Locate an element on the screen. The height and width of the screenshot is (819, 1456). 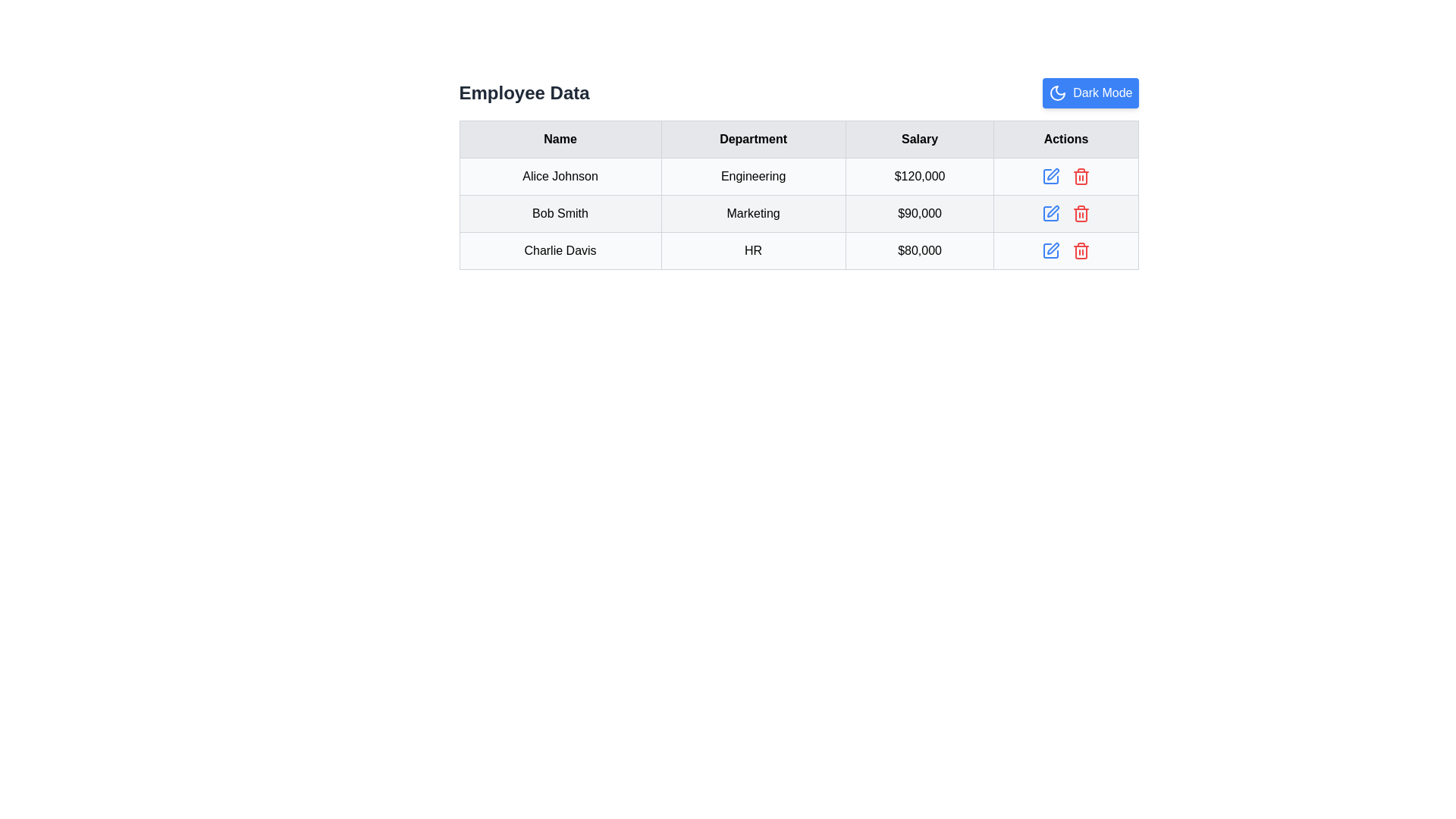
the numeric salary display located in the third cell of the first row under the 'Salary' column, positioned between the 'Department' and 'Actions' cells is located at coordinates (919, 175).